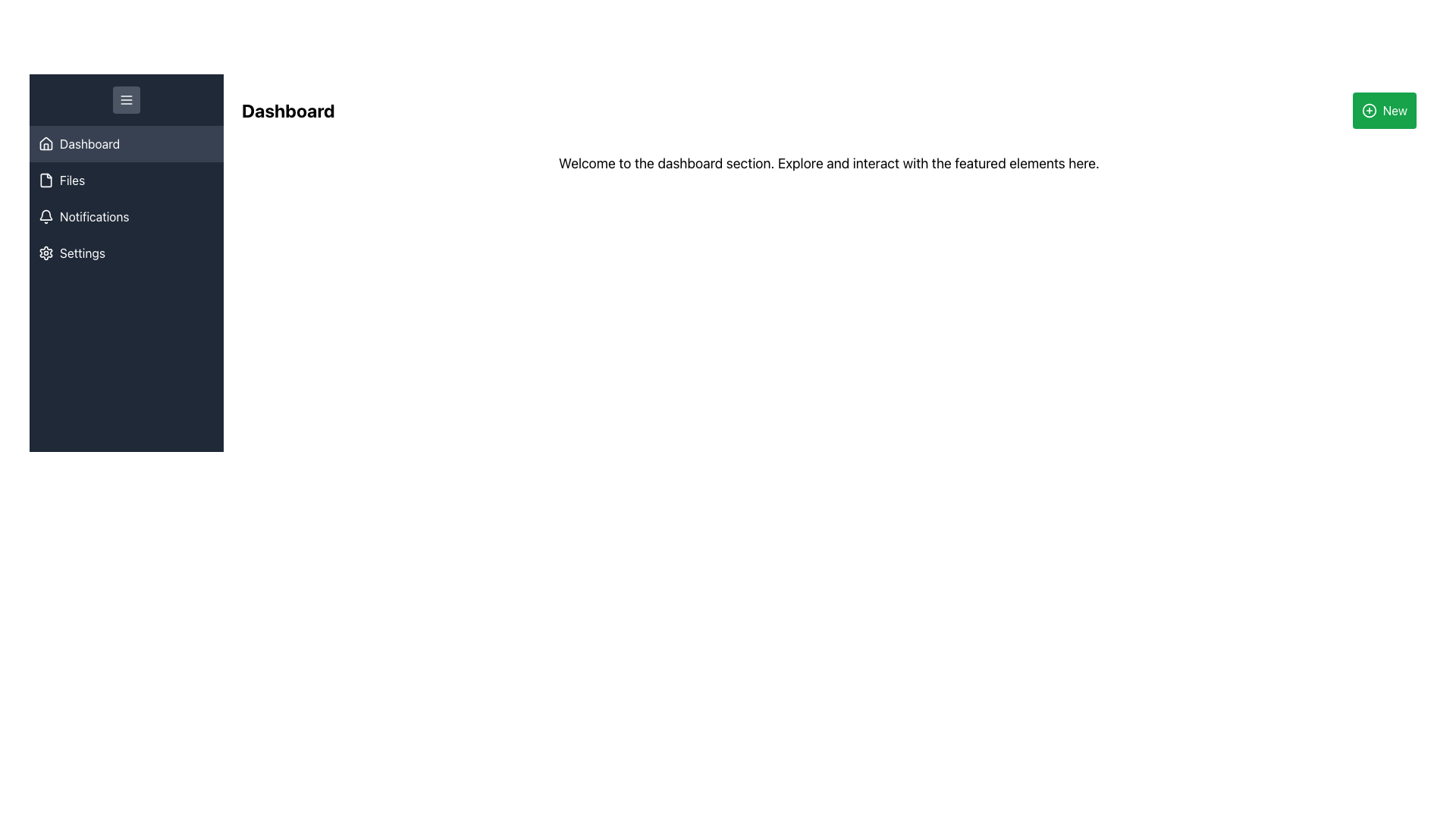 The height and width of the screenshot is (819, 1456). What do you see at coordinates (127, 216) in the screenshot?
I see `the 'Notifications' menu item, which is the third item in the vertical menu bar on the left, featuring a bell icon and light text on a dark background` at bounding box center [127, 216].